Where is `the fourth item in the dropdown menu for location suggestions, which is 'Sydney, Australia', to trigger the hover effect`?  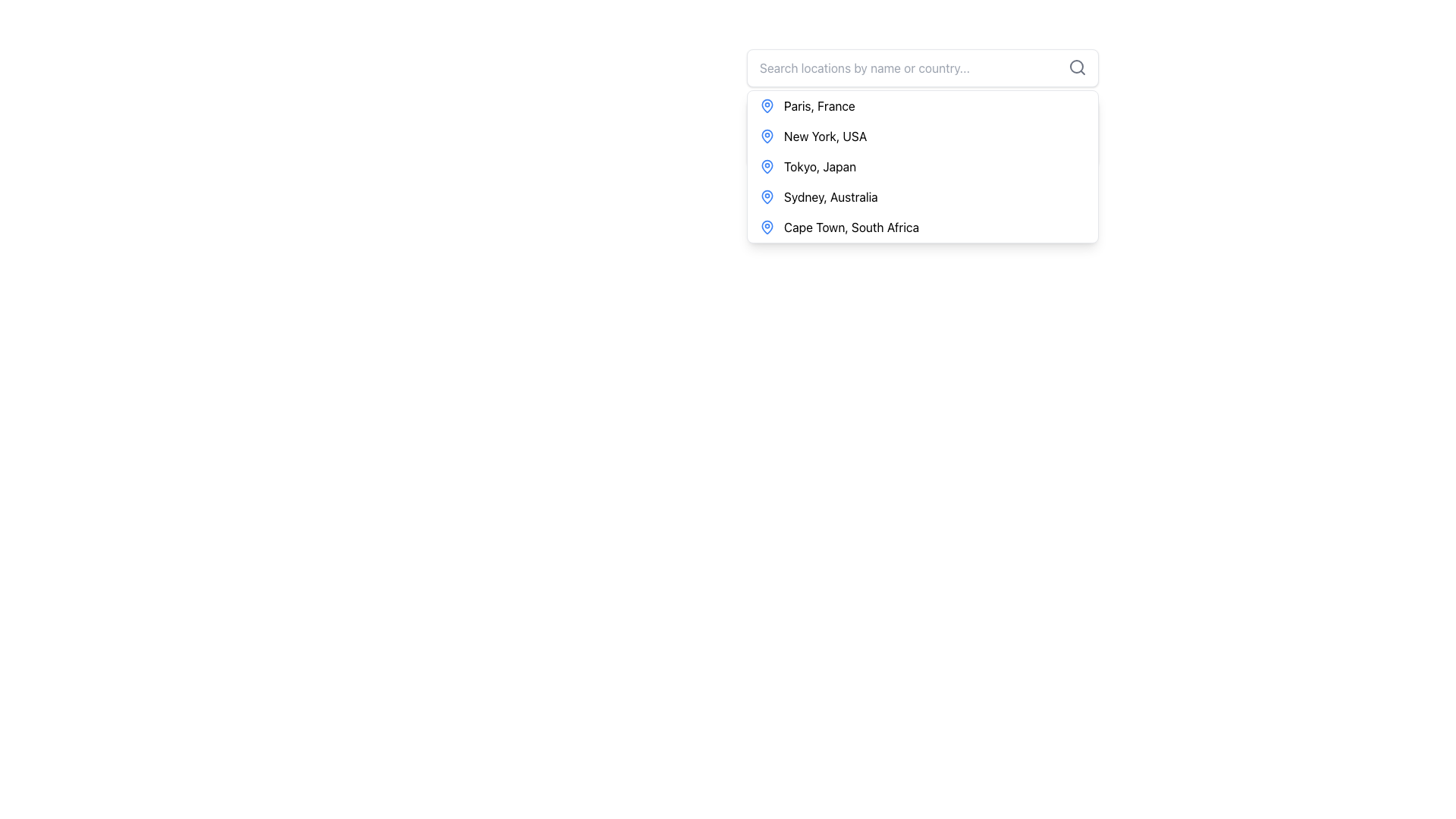
the fourth item in the dropdown menu for location suggestions, which is 'Sydney, Australia', to trigger the hover effect is located at coordinates (922, 196).